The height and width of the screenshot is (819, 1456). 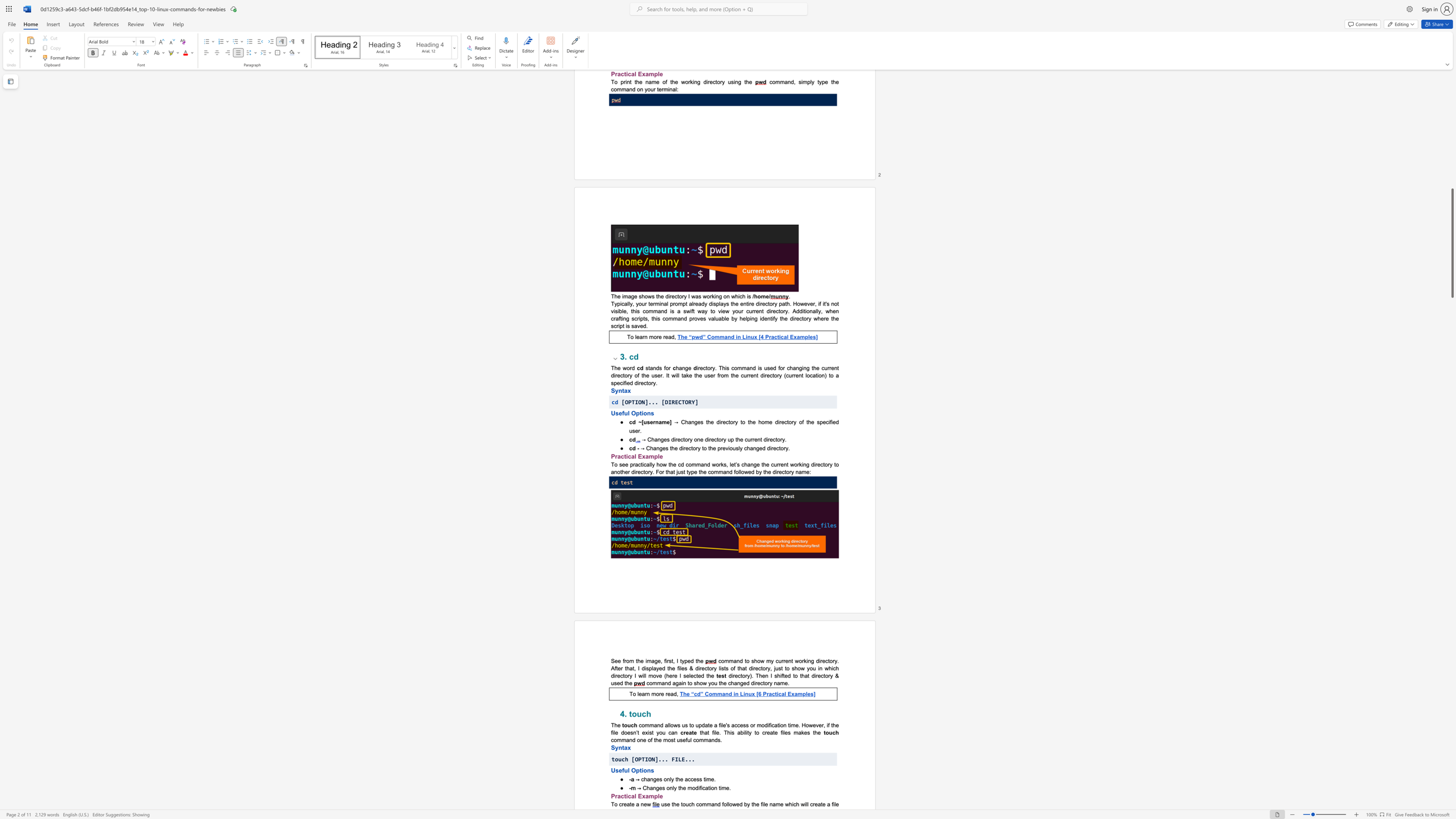 What do you see at coordinates (619, 456) in the screenshot?
I see `the 1th character "a" in the text` at bounding box center [619, 456].